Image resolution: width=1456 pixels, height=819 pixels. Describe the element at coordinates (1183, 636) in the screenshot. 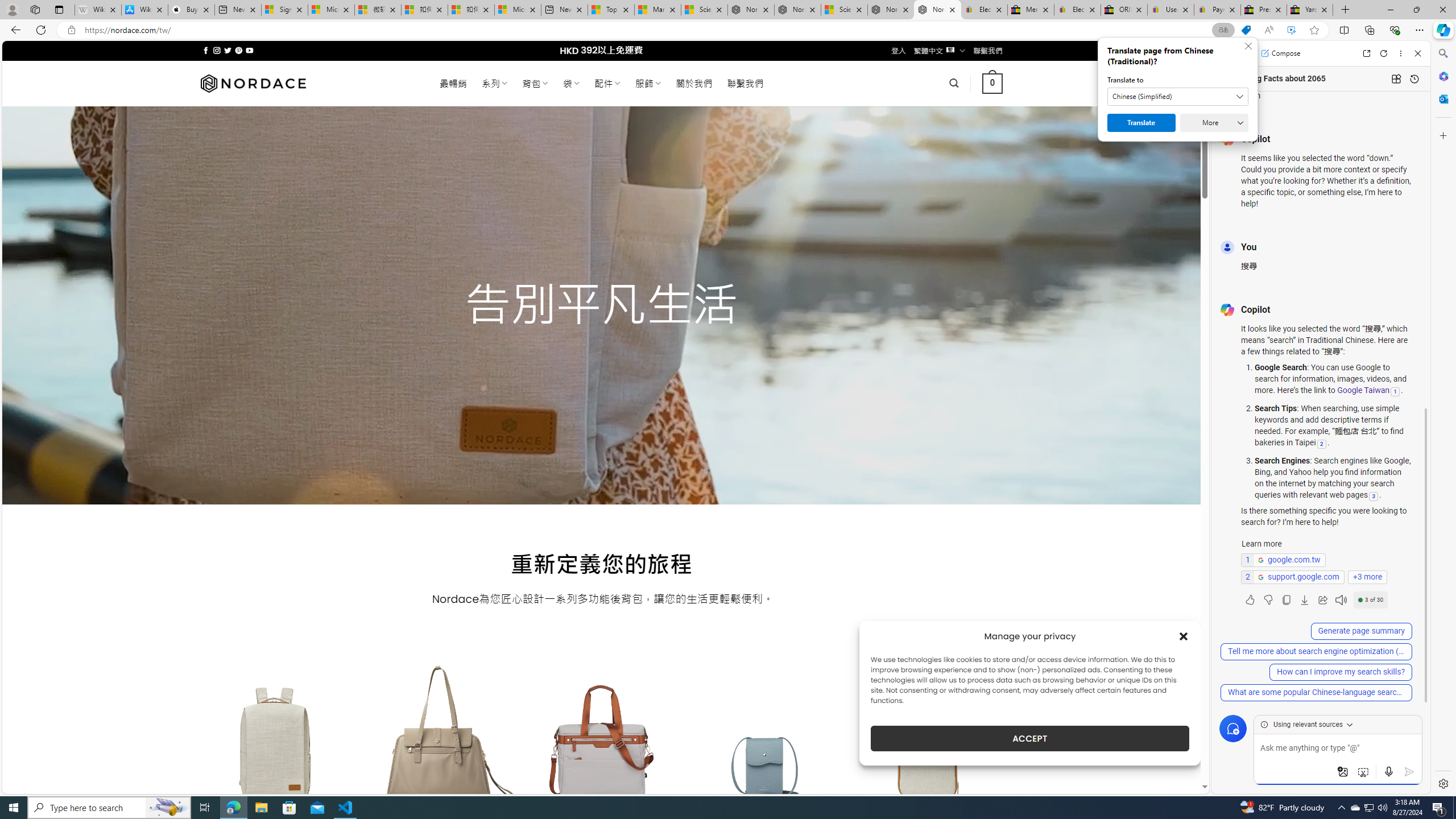

I see `'Class: cmplz-close'` at that location.